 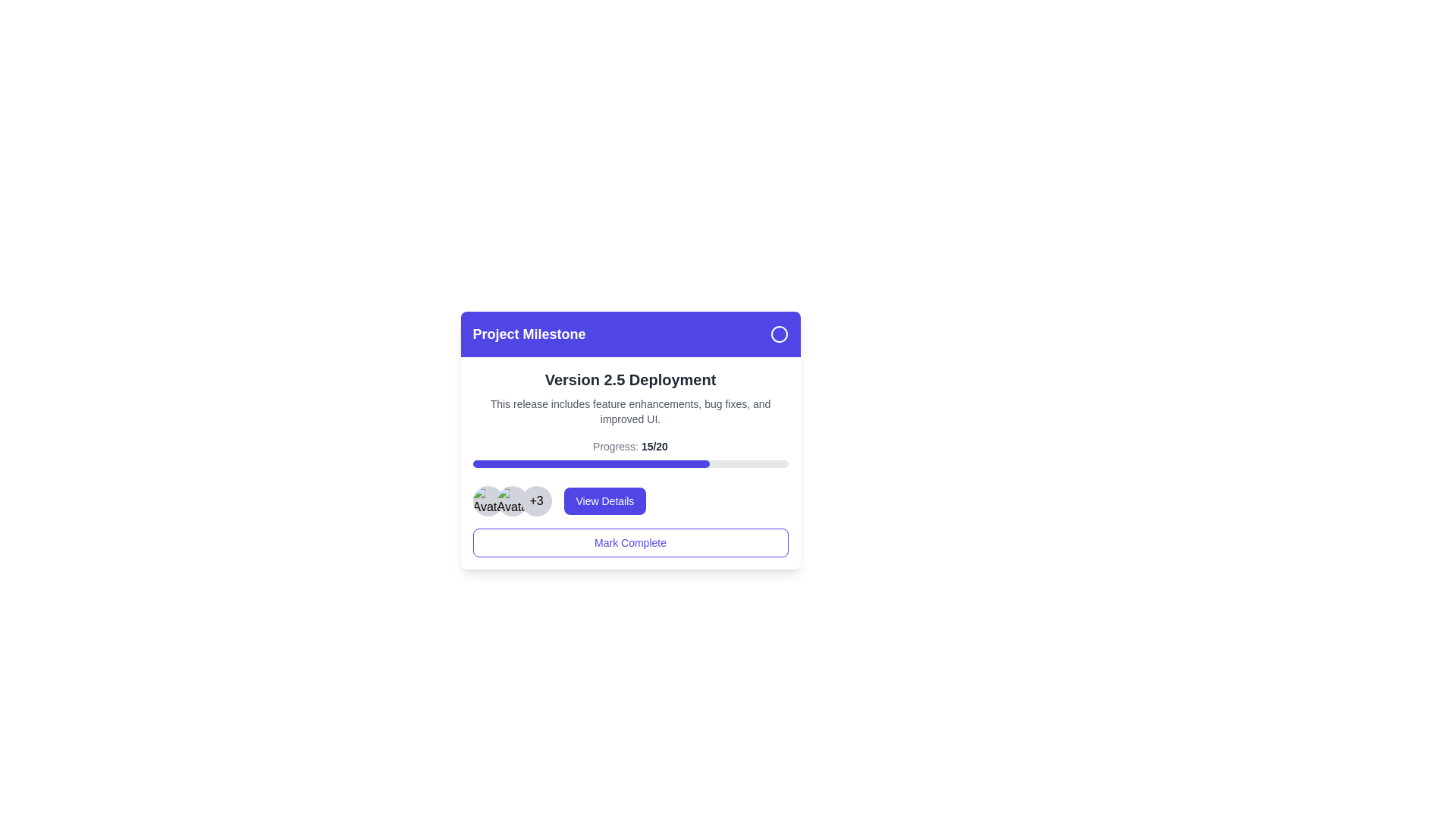 I want to click on the static text displaying '15/20', which is bold and dark gray, located to the right of the label 'Progress:' and above a horizontal progress bar, so click(x=654, y=446).